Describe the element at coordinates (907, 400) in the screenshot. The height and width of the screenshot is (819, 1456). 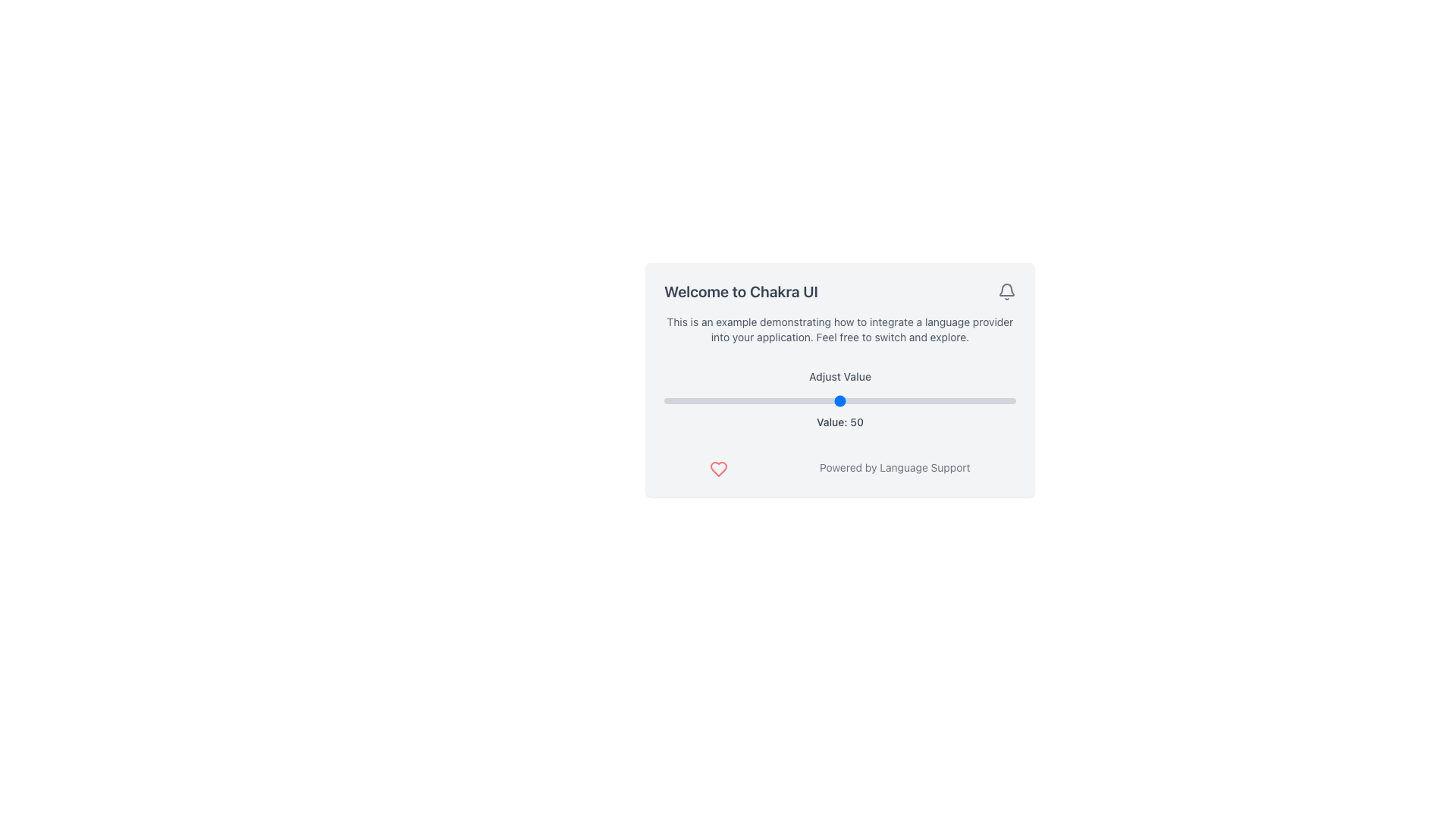
I see `the slider value` at that location.